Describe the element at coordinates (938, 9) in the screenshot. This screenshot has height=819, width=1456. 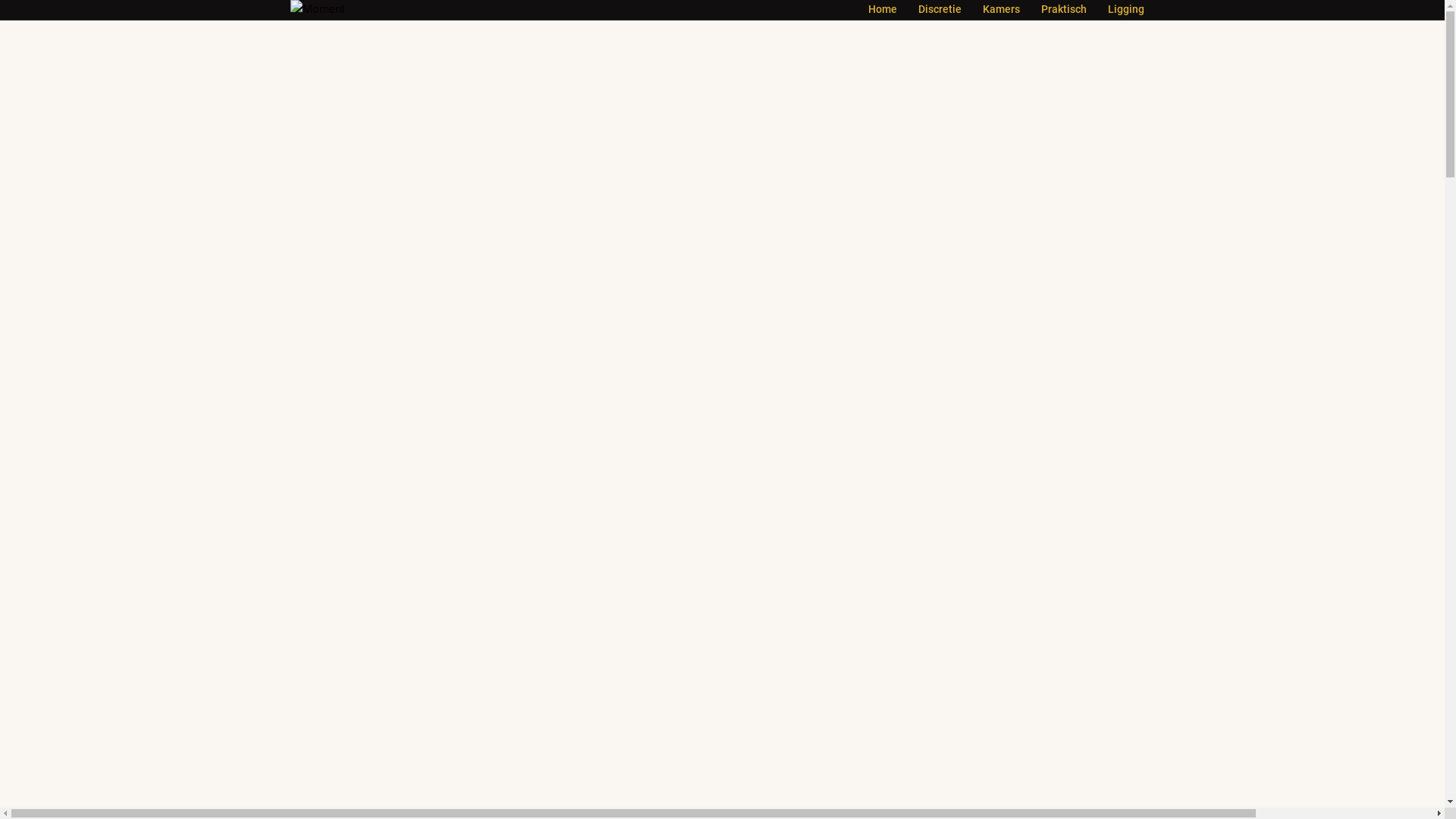
I see `'Discretie'` at that location.